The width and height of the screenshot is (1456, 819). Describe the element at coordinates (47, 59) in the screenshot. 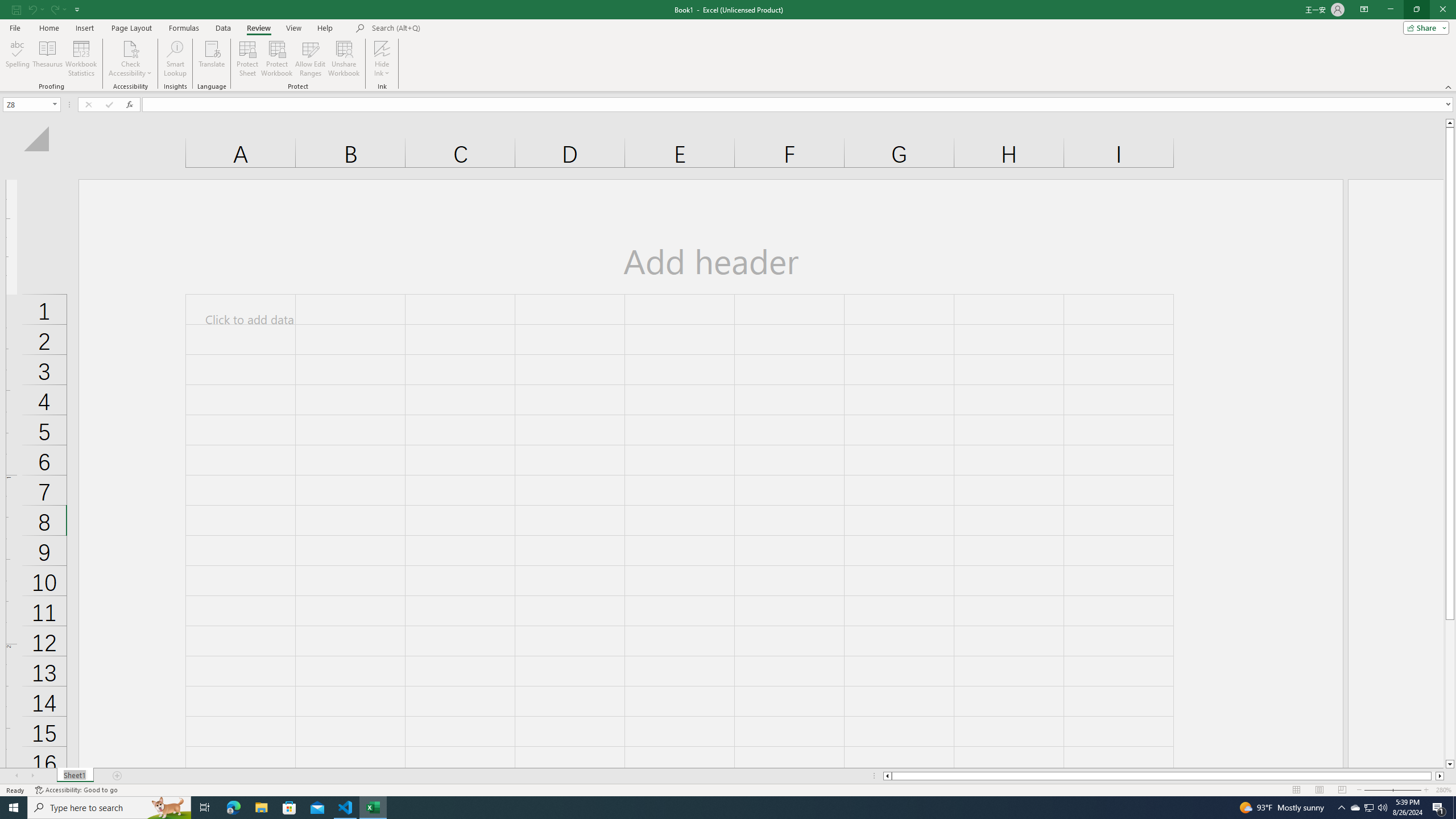

I see `'Thesaurus...'` at that location.